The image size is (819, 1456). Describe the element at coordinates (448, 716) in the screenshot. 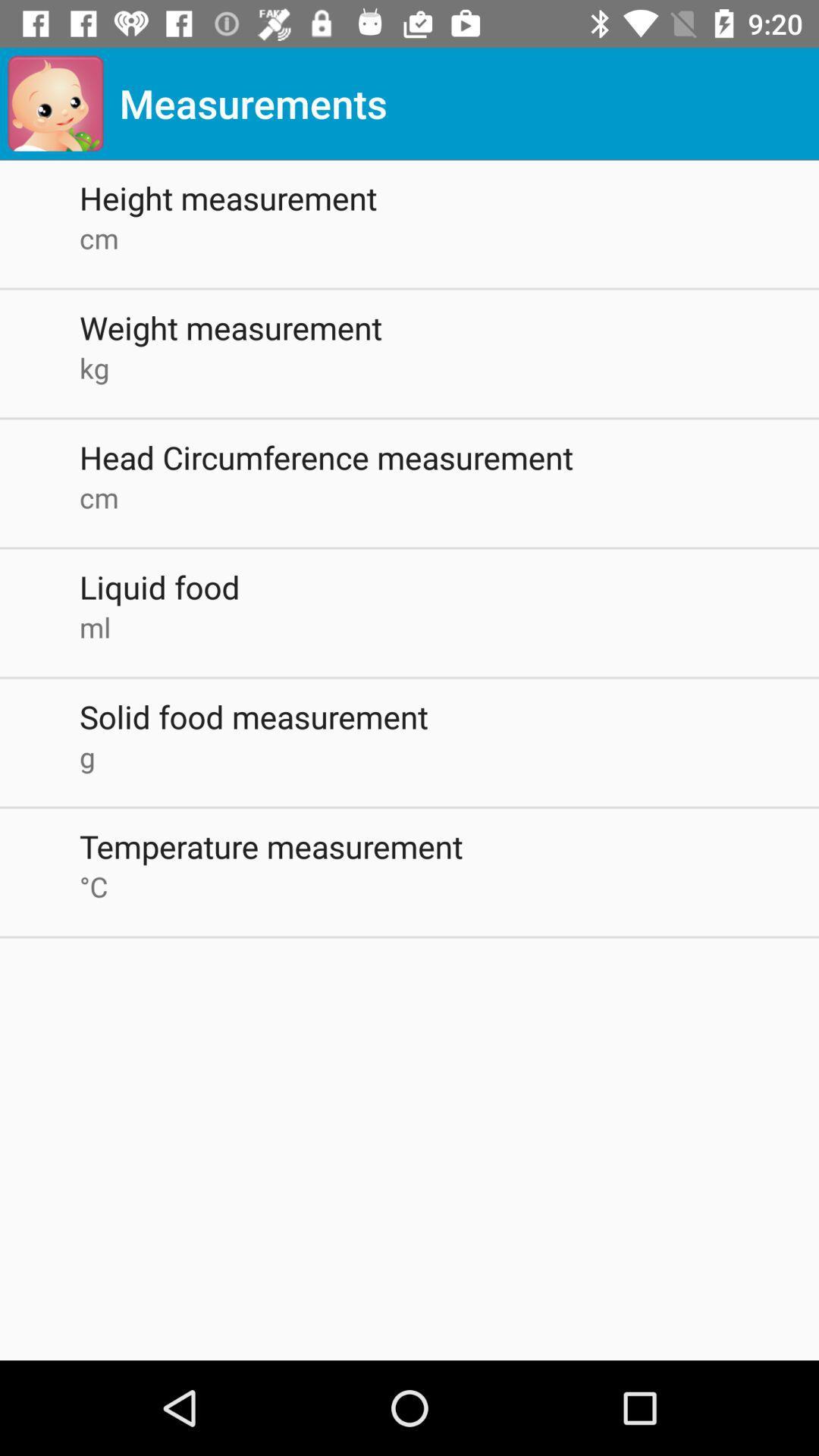

I see `solid food measurement app` at that location.